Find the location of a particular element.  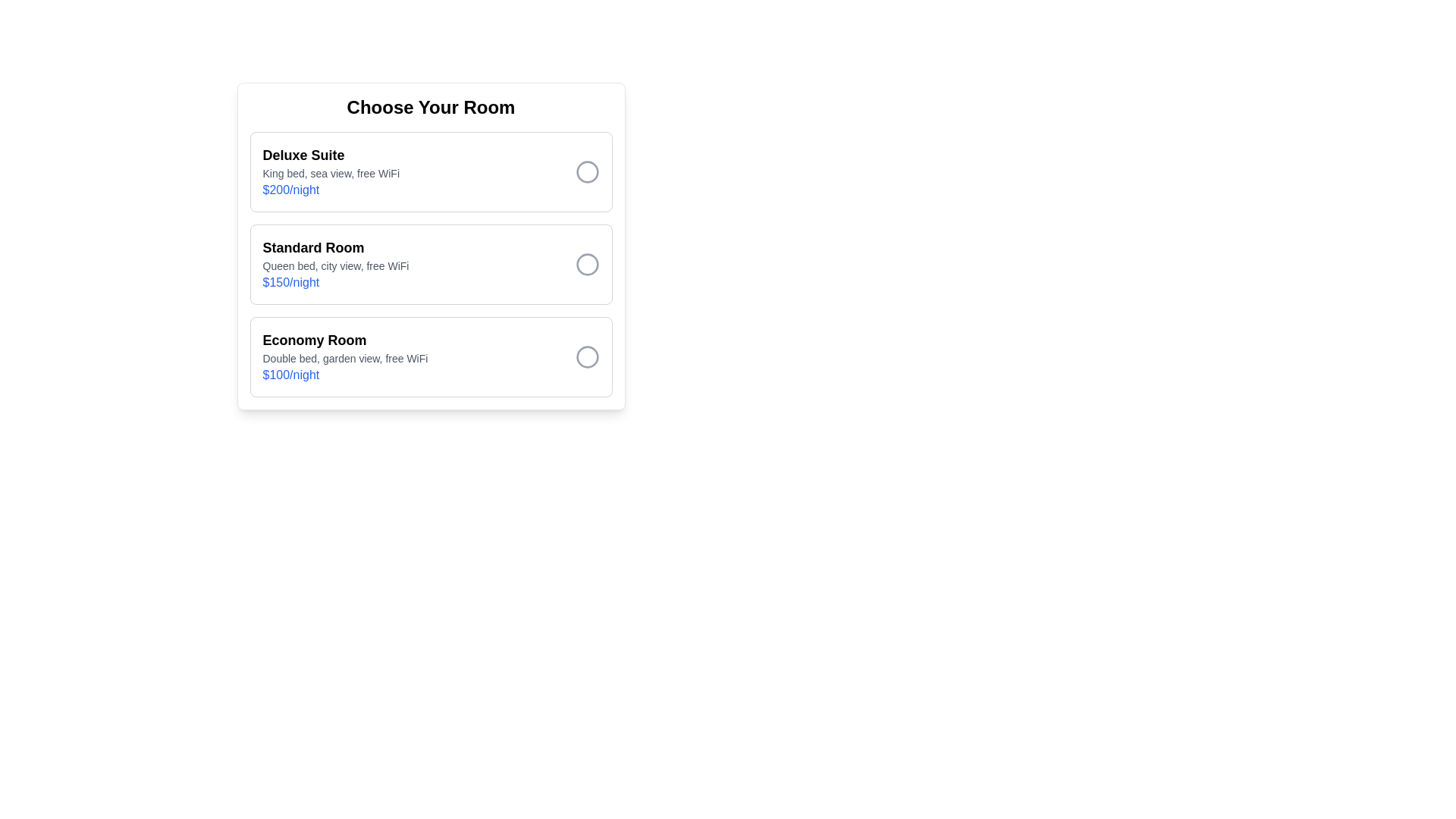

the third entry in the vertically stacked list of room options, which displays details for user selection is located at coordinates (344, 356).